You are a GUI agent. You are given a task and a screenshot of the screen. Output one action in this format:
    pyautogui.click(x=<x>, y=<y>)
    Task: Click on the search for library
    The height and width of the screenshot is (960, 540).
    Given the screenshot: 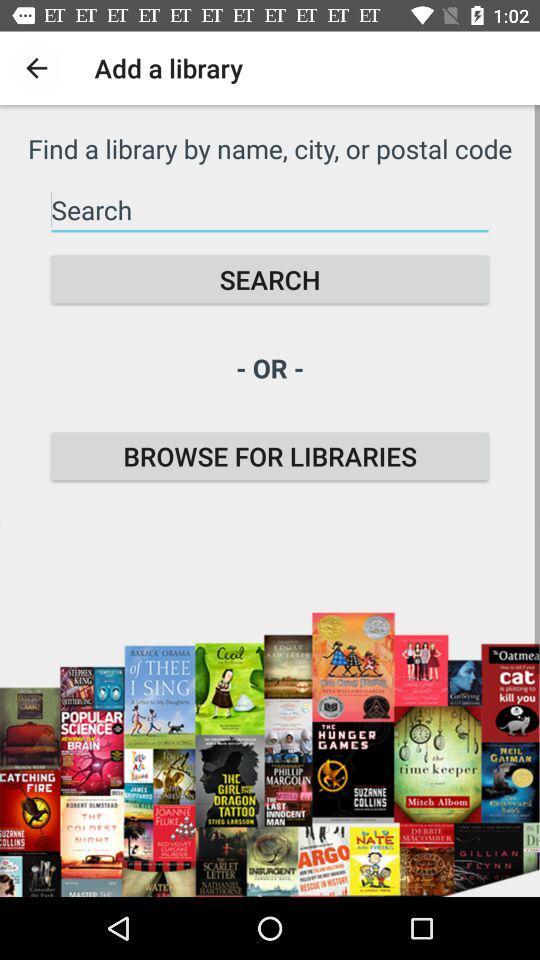 What is the action you would take?
    pyautogui.click(x=270, y=210)
    